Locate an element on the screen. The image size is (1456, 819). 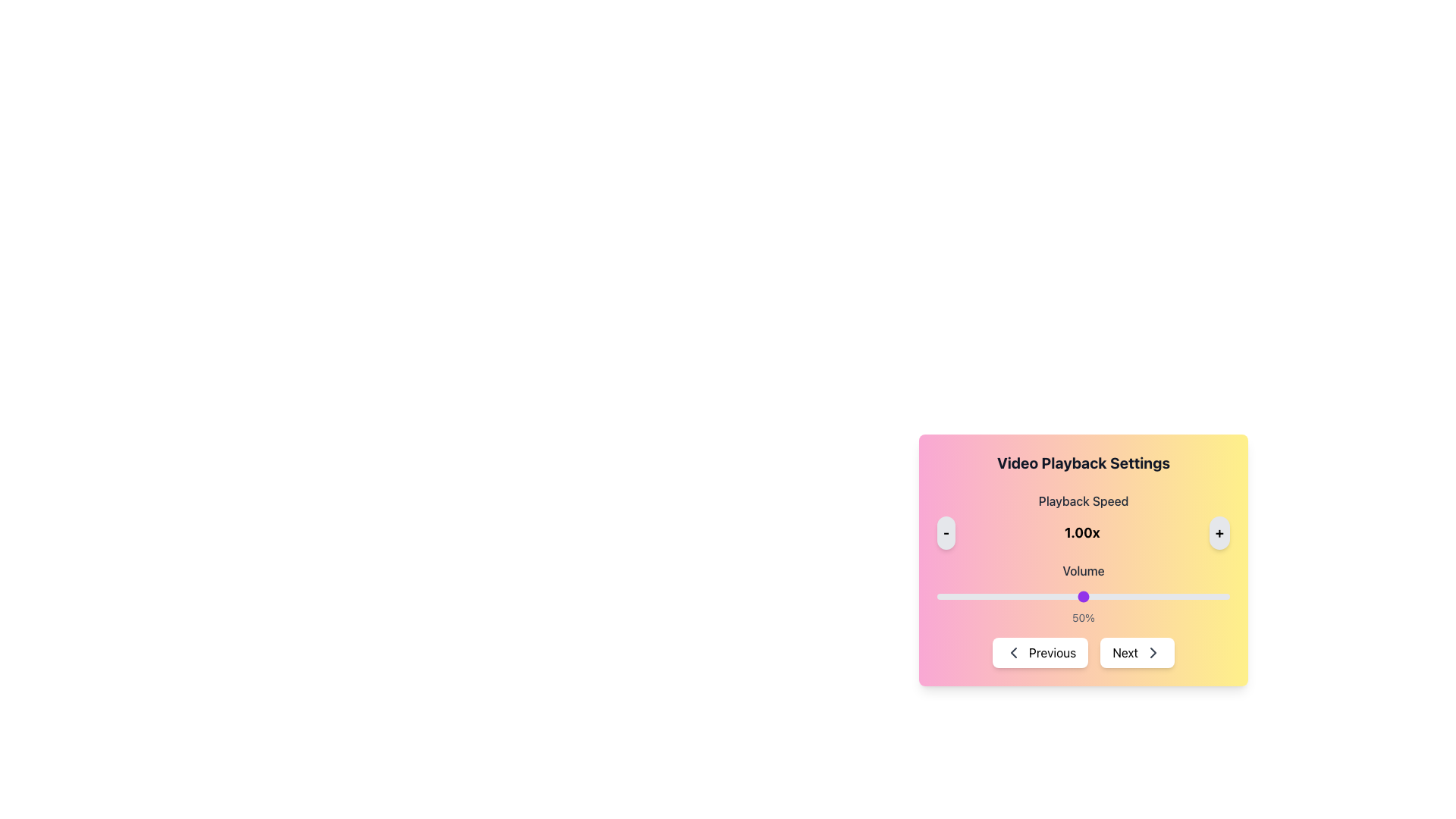
the leftward navigation icon located in the bottom-left corner of the interface above the 'Previous' button is located at coordinates (1014, 651).